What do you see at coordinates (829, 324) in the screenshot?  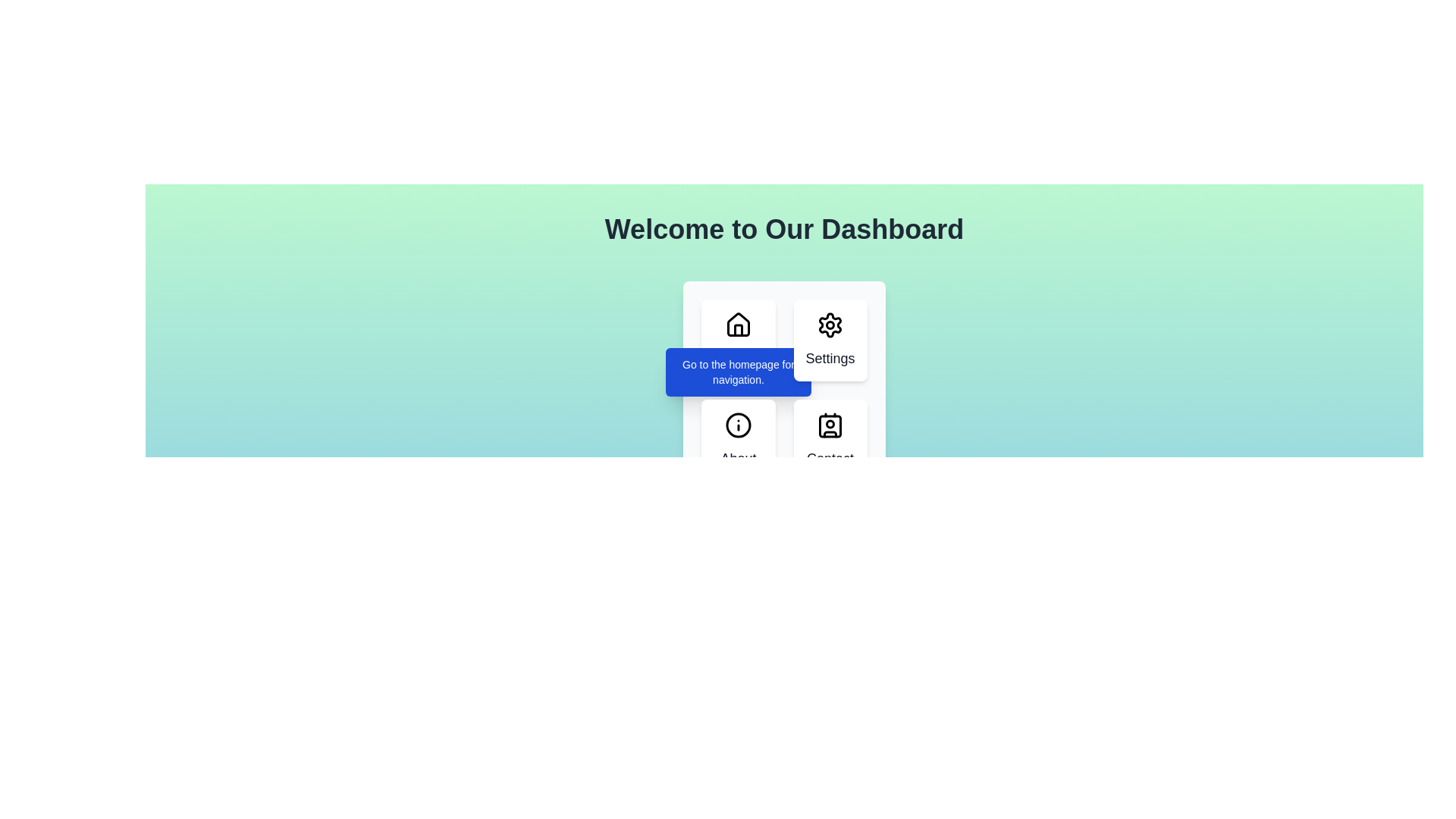 I see `the settings icon located at the top-center of the 'Settings' card` at bounding box center [829, 324].